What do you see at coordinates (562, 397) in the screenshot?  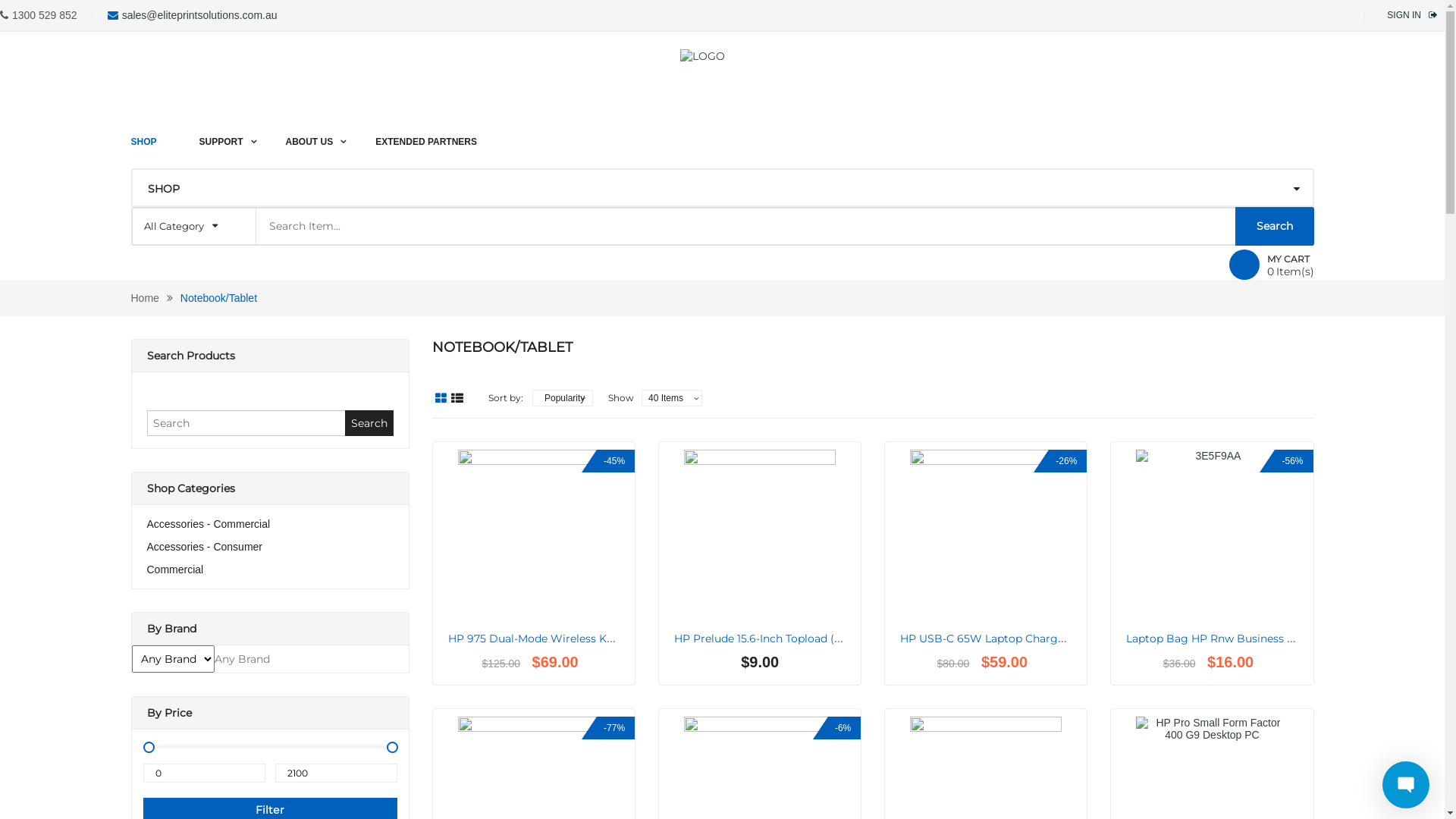 I see `'Popularity'` at bounding box center [562, 397].